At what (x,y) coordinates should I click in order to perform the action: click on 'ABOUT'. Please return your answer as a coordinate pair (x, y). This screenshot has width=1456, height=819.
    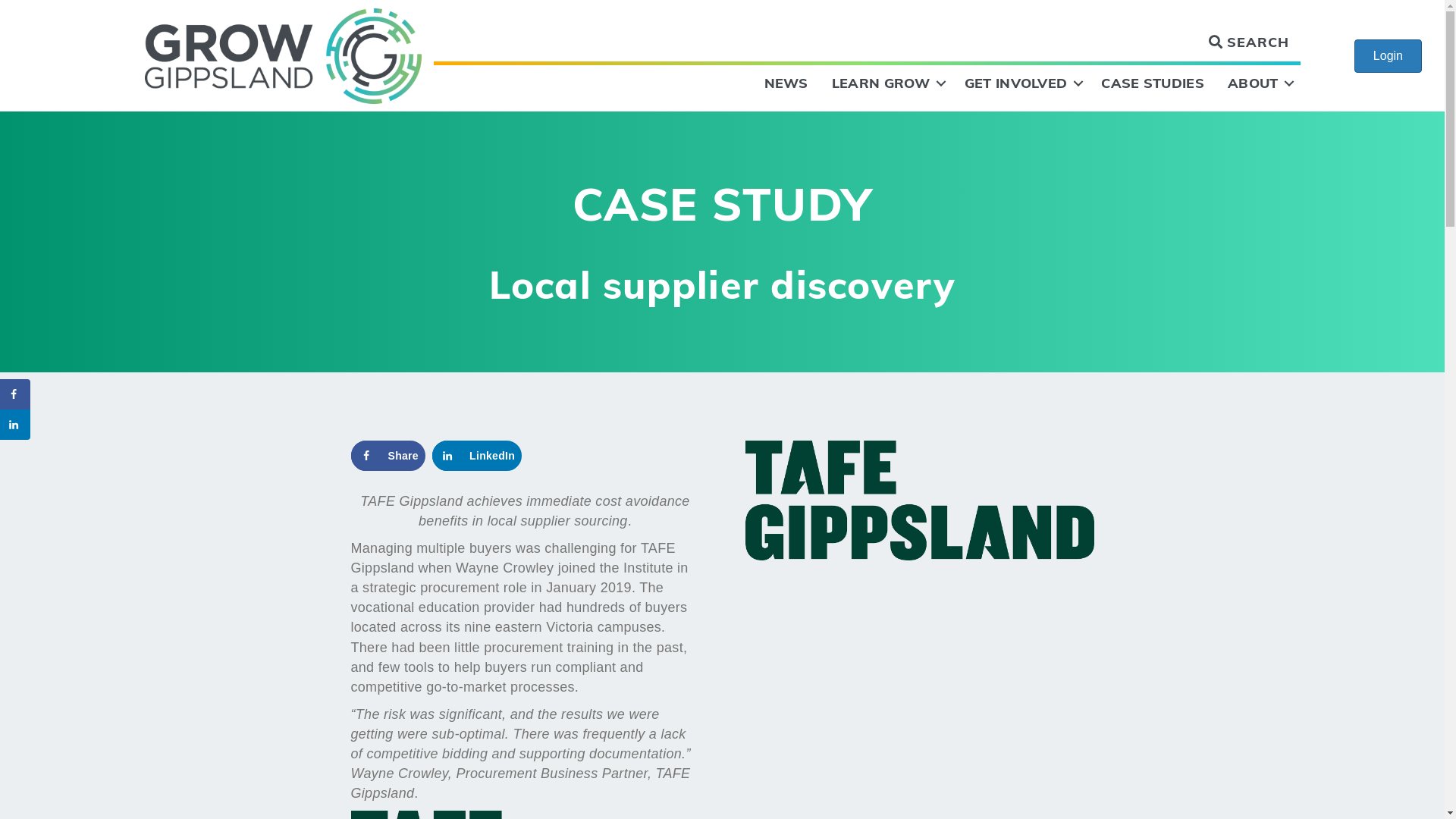
    Looking at the image, I should click on (1258, 83).